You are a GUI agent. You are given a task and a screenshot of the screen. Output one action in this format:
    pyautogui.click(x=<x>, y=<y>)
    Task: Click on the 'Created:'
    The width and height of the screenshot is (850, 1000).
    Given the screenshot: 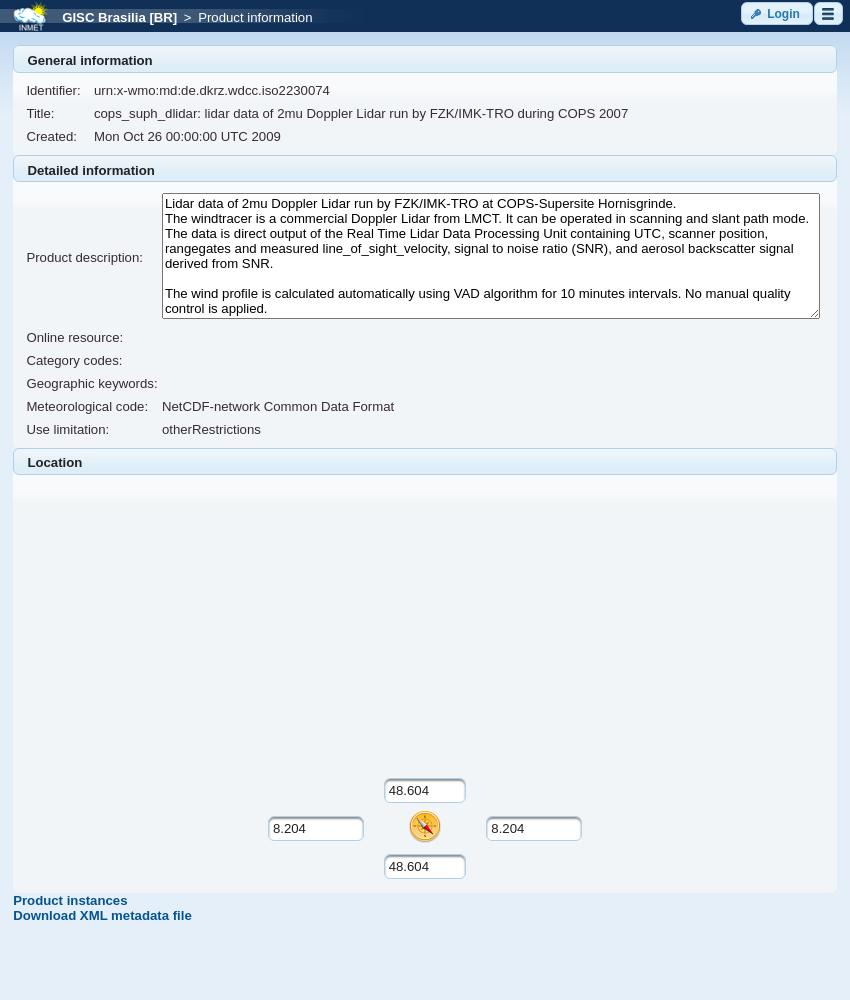 What is the action you would take?
    pyautogui.click(x=51, y=136)
    